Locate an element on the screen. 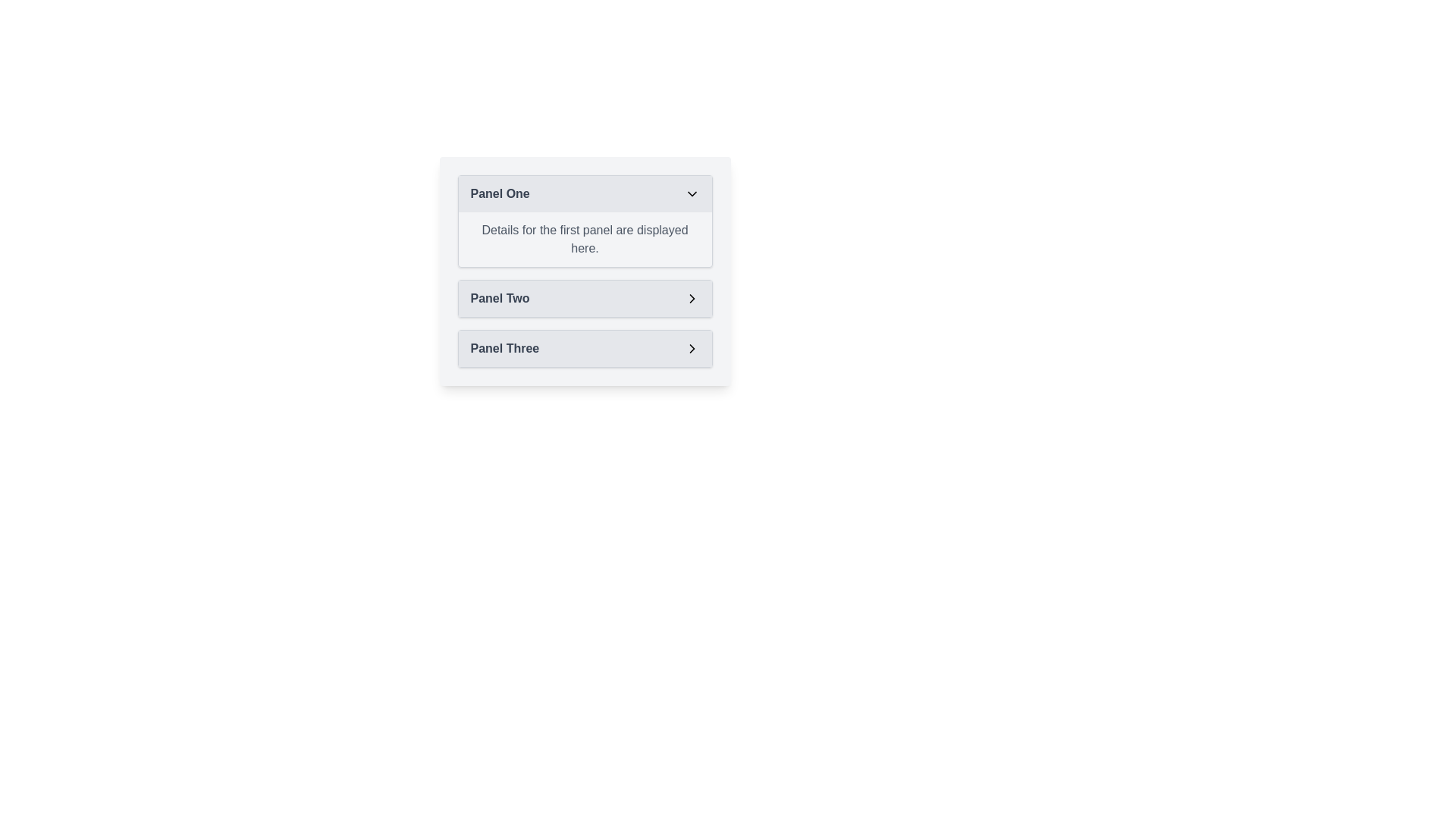 Image resolution: width=1456 pixels, height=819 pixels. the 'Panel Two' button in the panel selector interface is located at coordinates (584, 298).